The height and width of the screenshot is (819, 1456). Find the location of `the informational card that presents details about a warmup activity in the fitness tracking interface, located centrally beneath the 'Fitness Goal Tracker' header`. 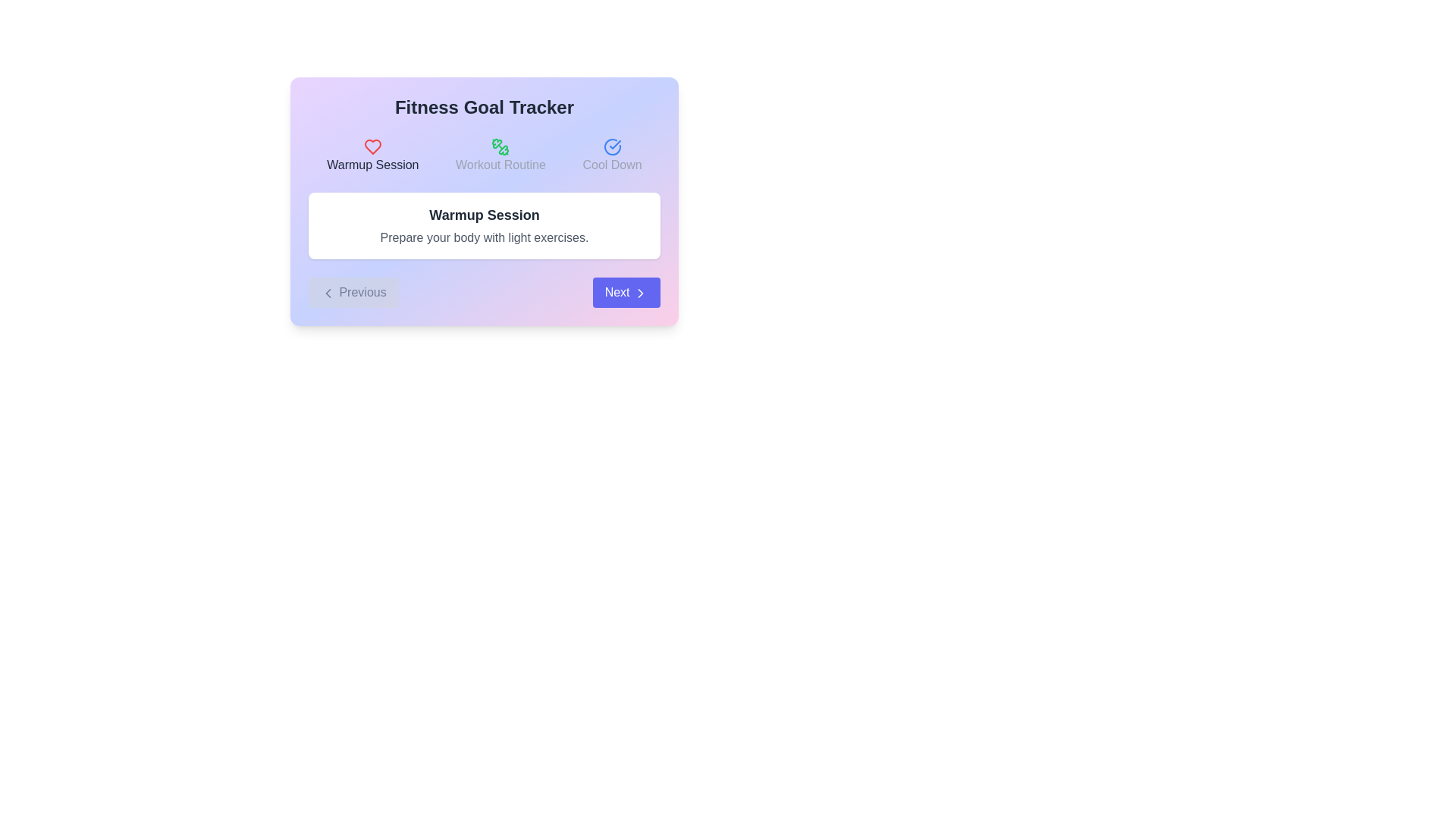

the informational card that presents details about a warmup activity in the fitness tracking interface, located centrally beneath the 'Fitness Goal Tracker' header is located at coordinates (483, 225).